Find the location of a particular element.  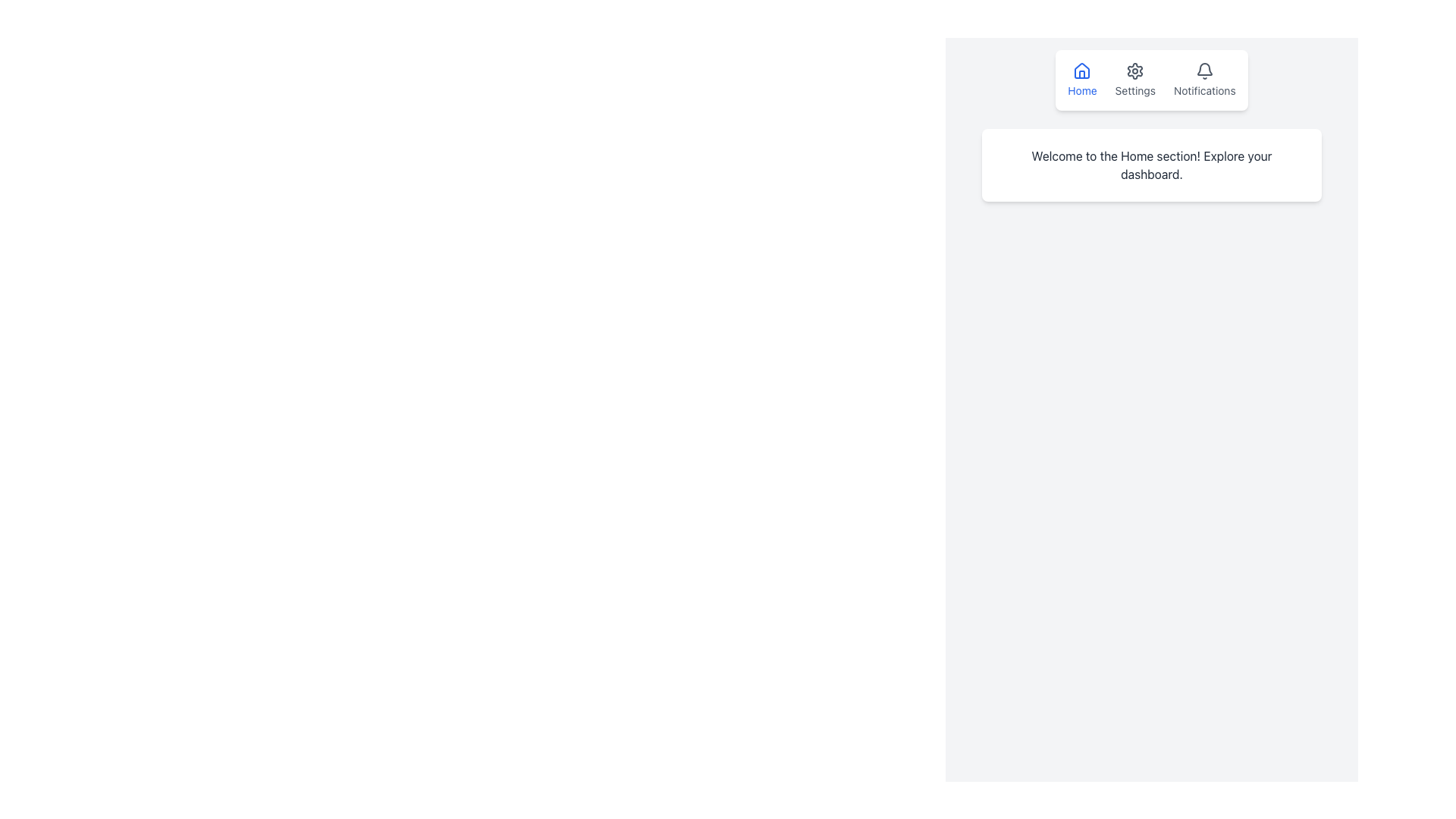

the blue house icon representing the 'Home' section of the application to get focus is located at coordinates (1081, 71).